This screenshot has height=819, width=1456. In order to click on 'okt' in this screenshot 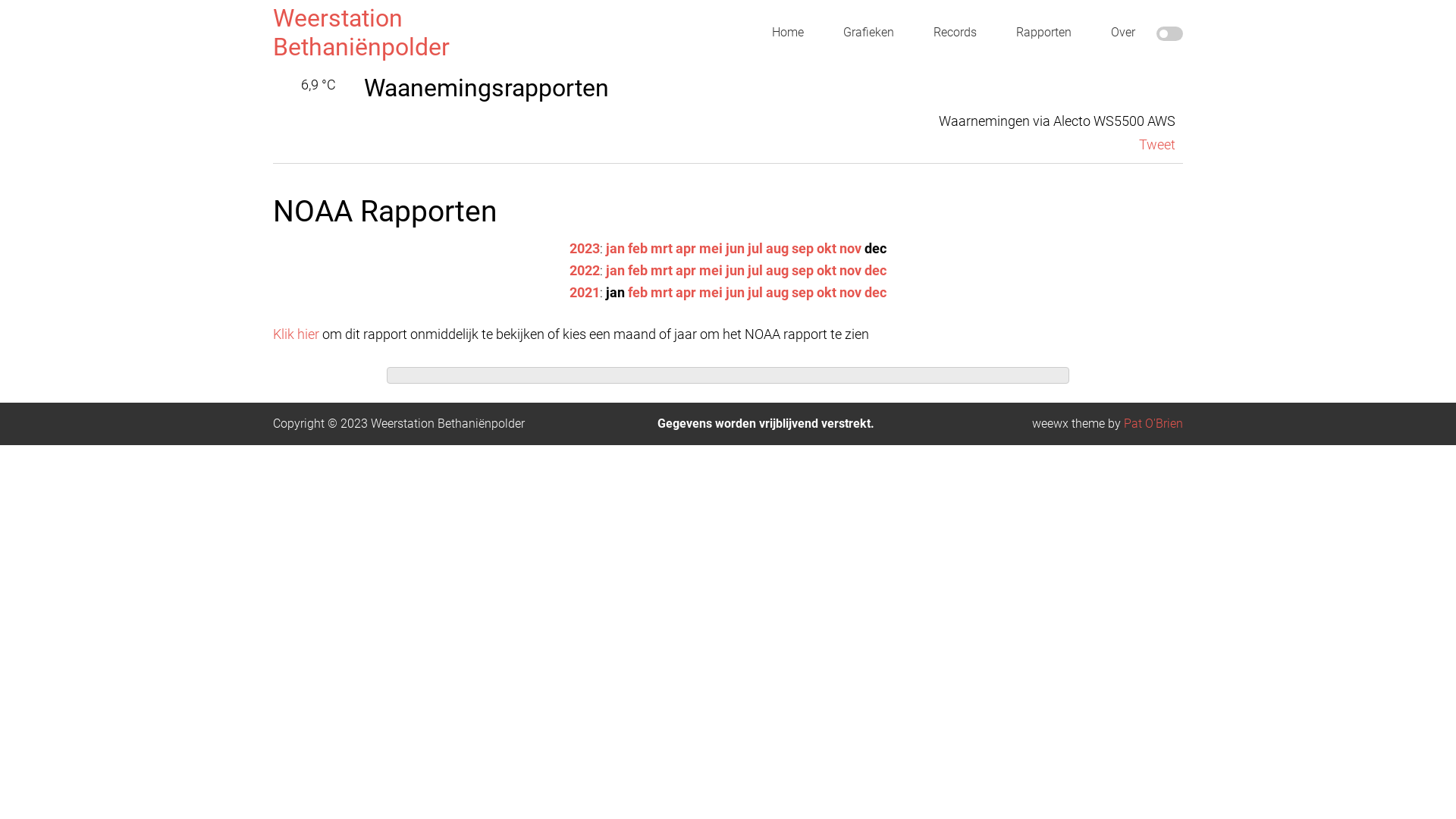, I will do `click(825, 292)`.